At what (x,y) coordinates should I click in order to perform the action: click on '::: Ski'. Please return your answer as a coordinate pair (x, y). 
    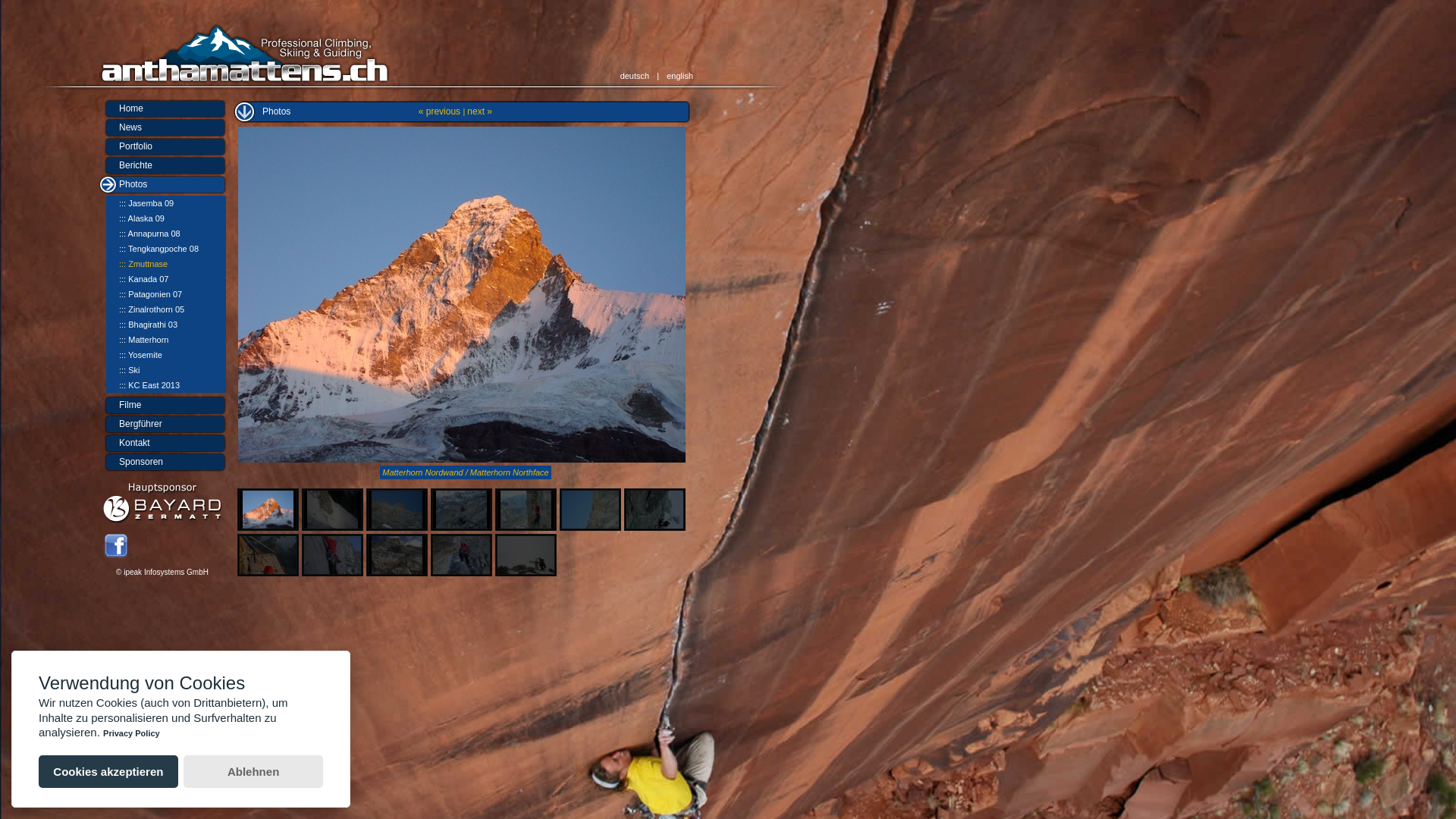
    Looking at the image, I should click on (97, 370).